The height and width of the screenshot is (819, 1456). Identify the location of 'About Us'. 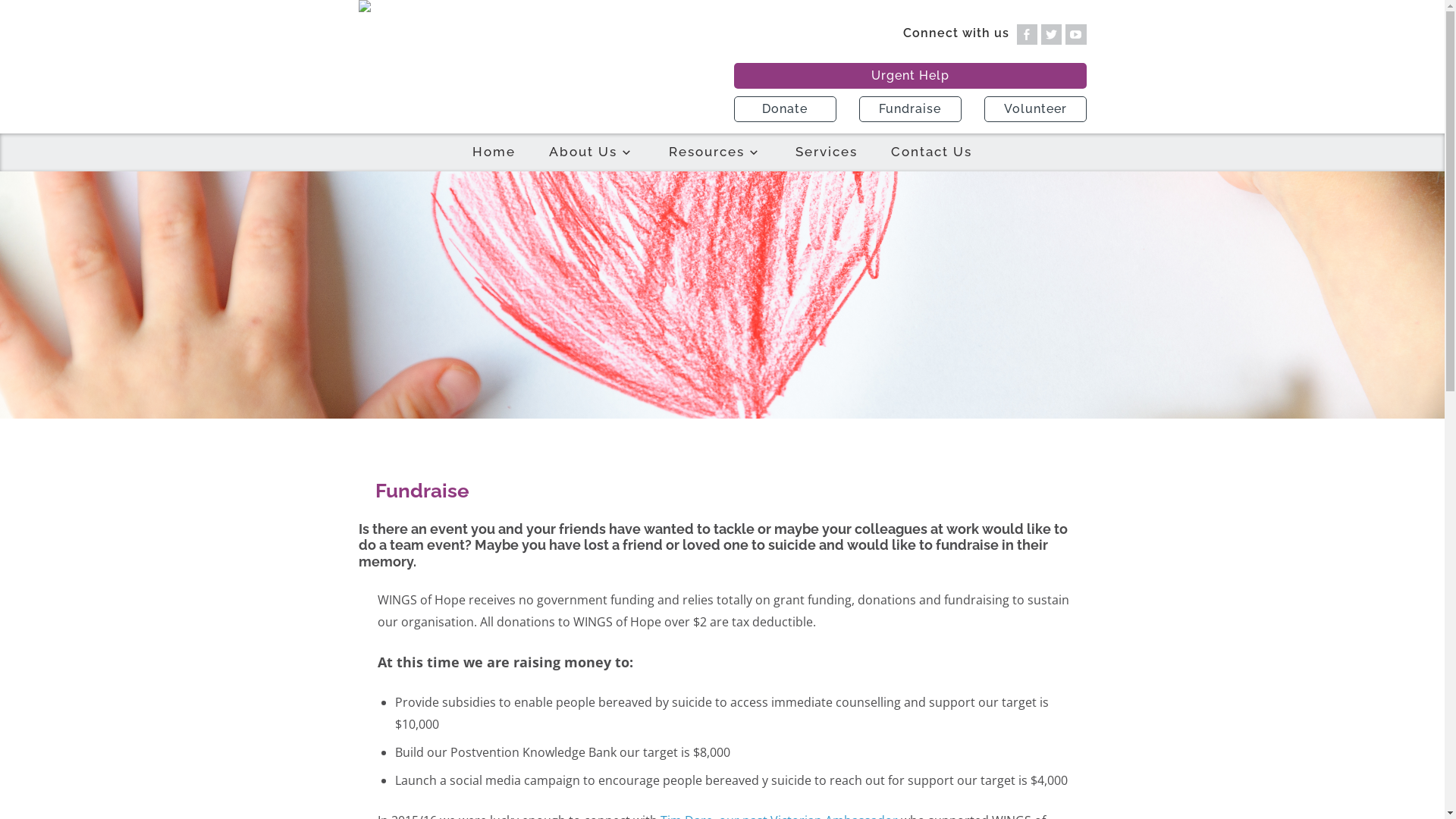
(591, 152).